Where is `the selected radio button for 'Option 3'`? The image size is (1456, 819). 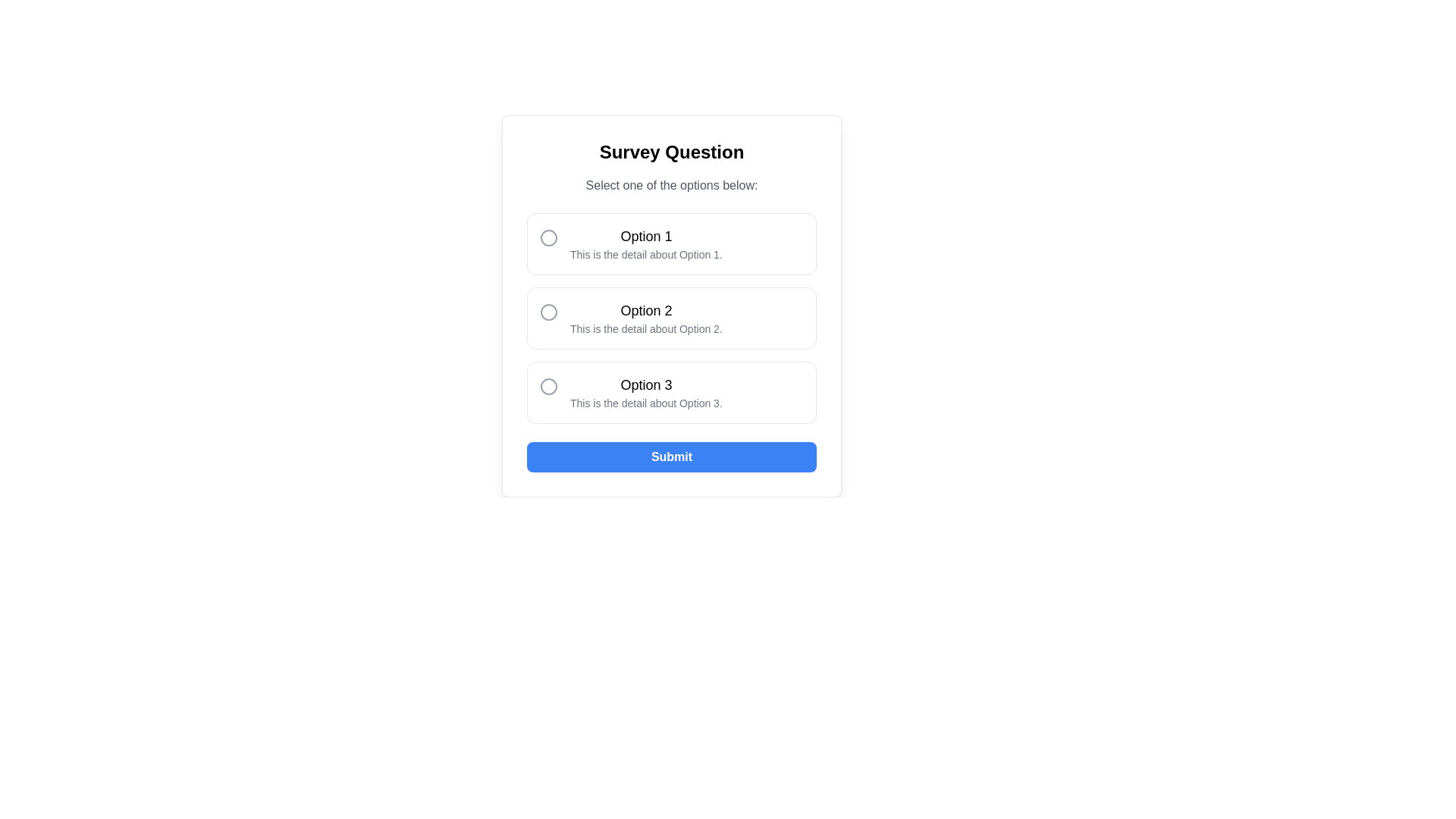
the selected radio button for 'Option 3' is located at coordinates (548, 385).